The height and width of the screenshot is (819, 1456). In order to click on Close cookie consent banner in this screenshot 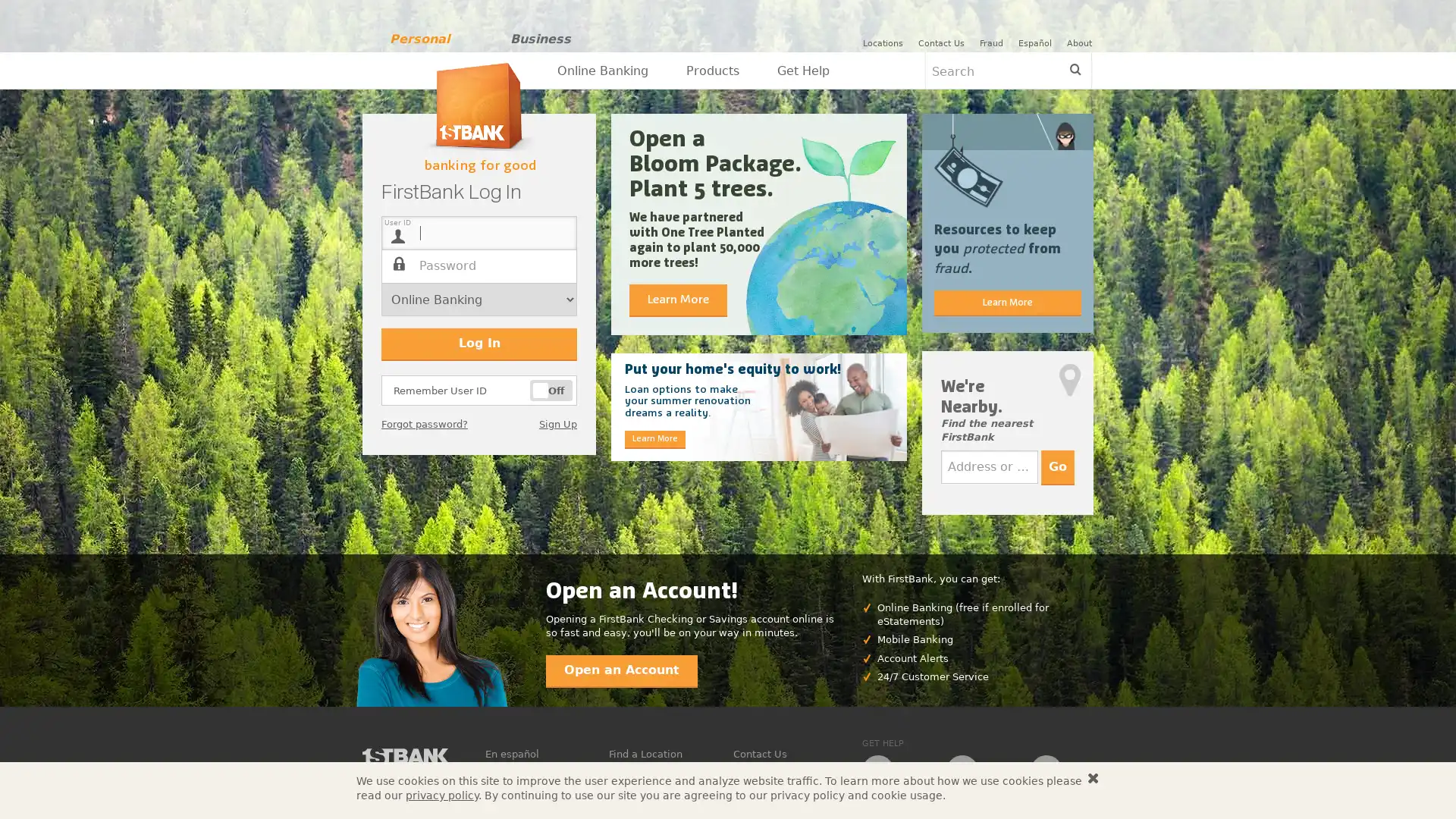, I will do `click(1093, 778)`.